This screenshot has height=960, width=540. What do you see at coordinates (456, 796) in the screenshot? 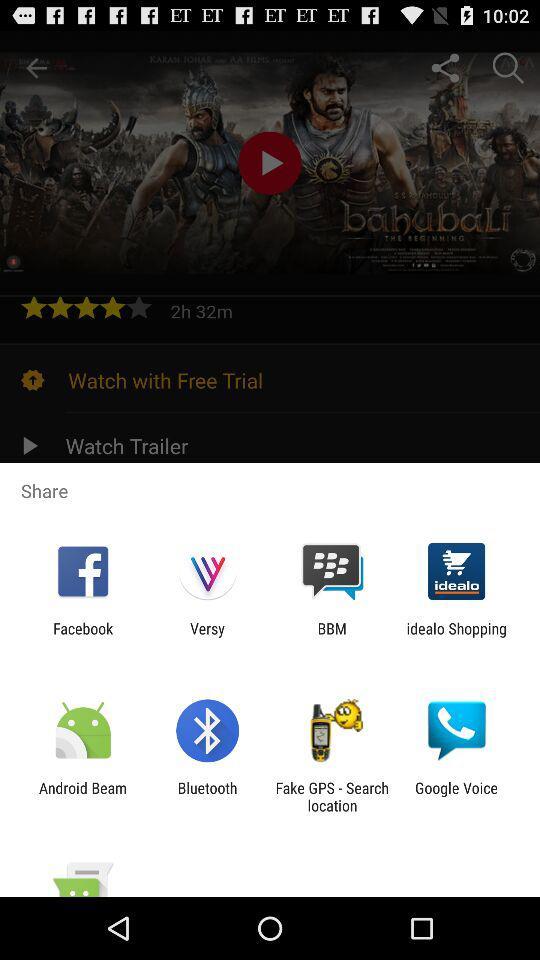
I see `google voice` at bounding box center [456, 796].